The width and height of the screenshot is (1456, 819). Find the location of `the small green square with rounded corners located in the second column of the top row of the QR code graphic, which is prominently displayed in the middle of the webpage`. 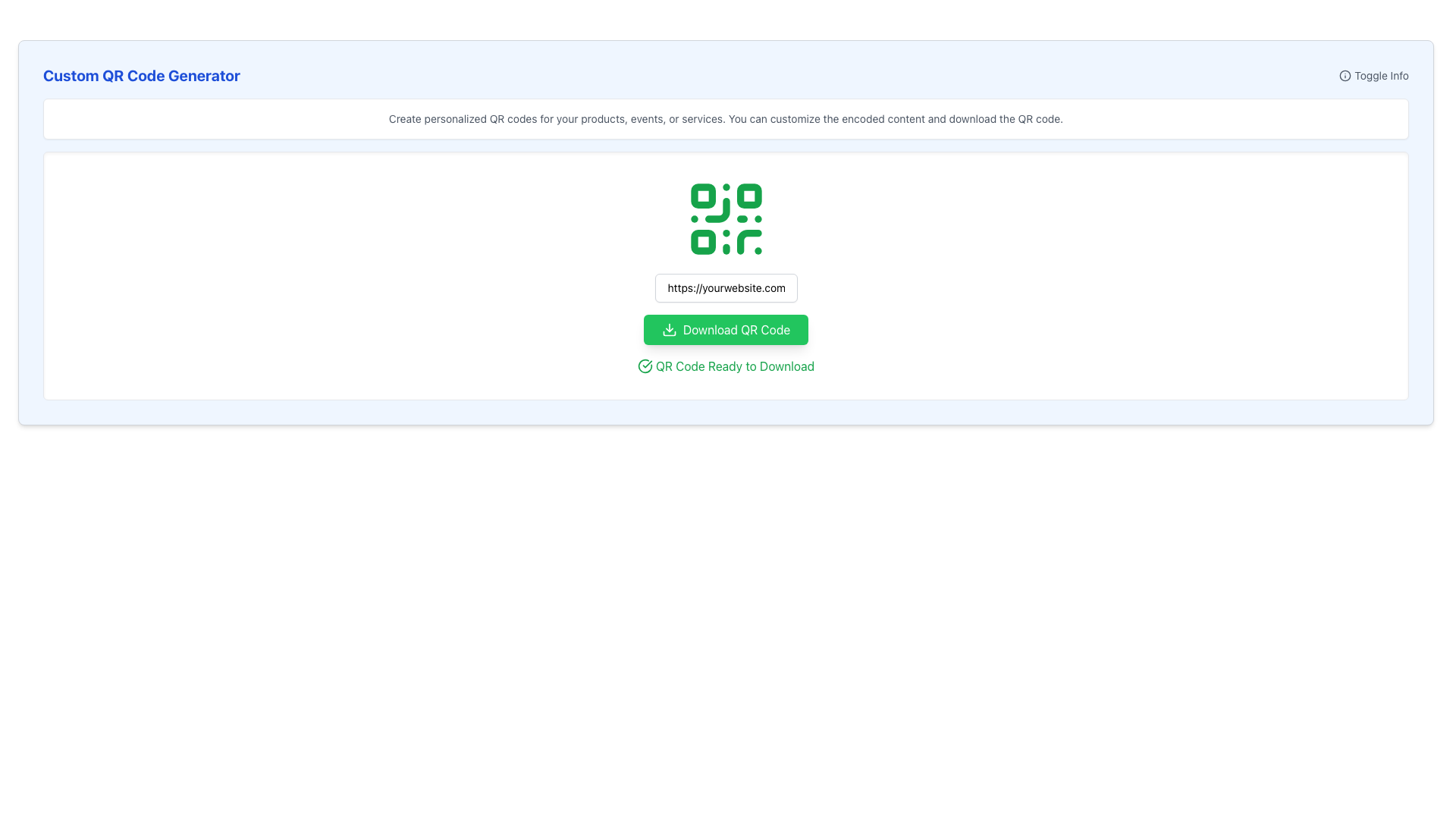

the small green square with rounded corners located in the second column of the top row of the QR code graphic, which is prominently displayed in the middle of the webpage is located at coordinates (748, 195).